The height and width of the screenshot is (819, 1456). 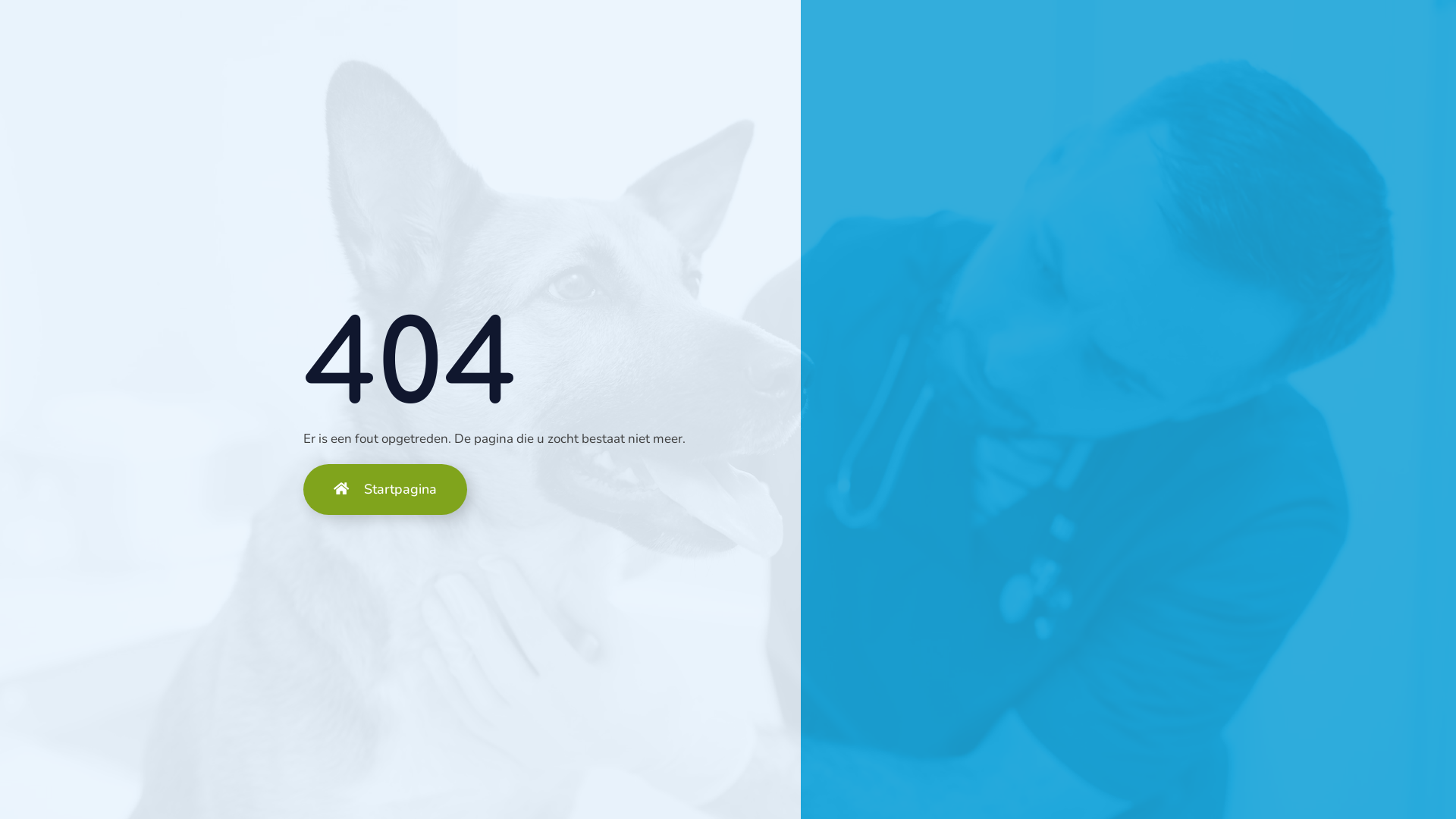 I want to click on 'Startpagina', so click(x=385, y=489).